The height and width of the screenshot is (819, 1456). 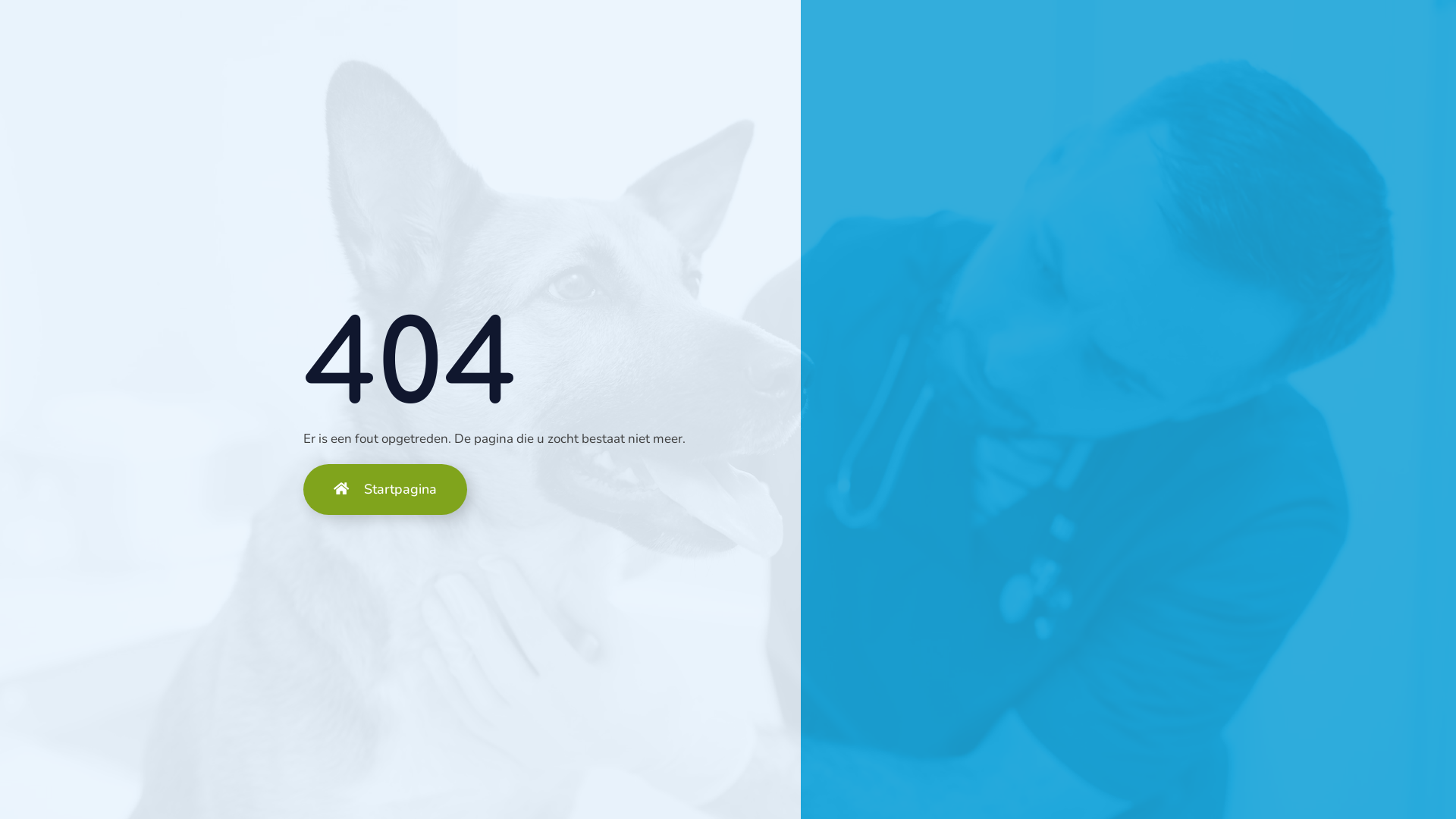 I want to click on 'Startpagina', so click(x=385, y=489).